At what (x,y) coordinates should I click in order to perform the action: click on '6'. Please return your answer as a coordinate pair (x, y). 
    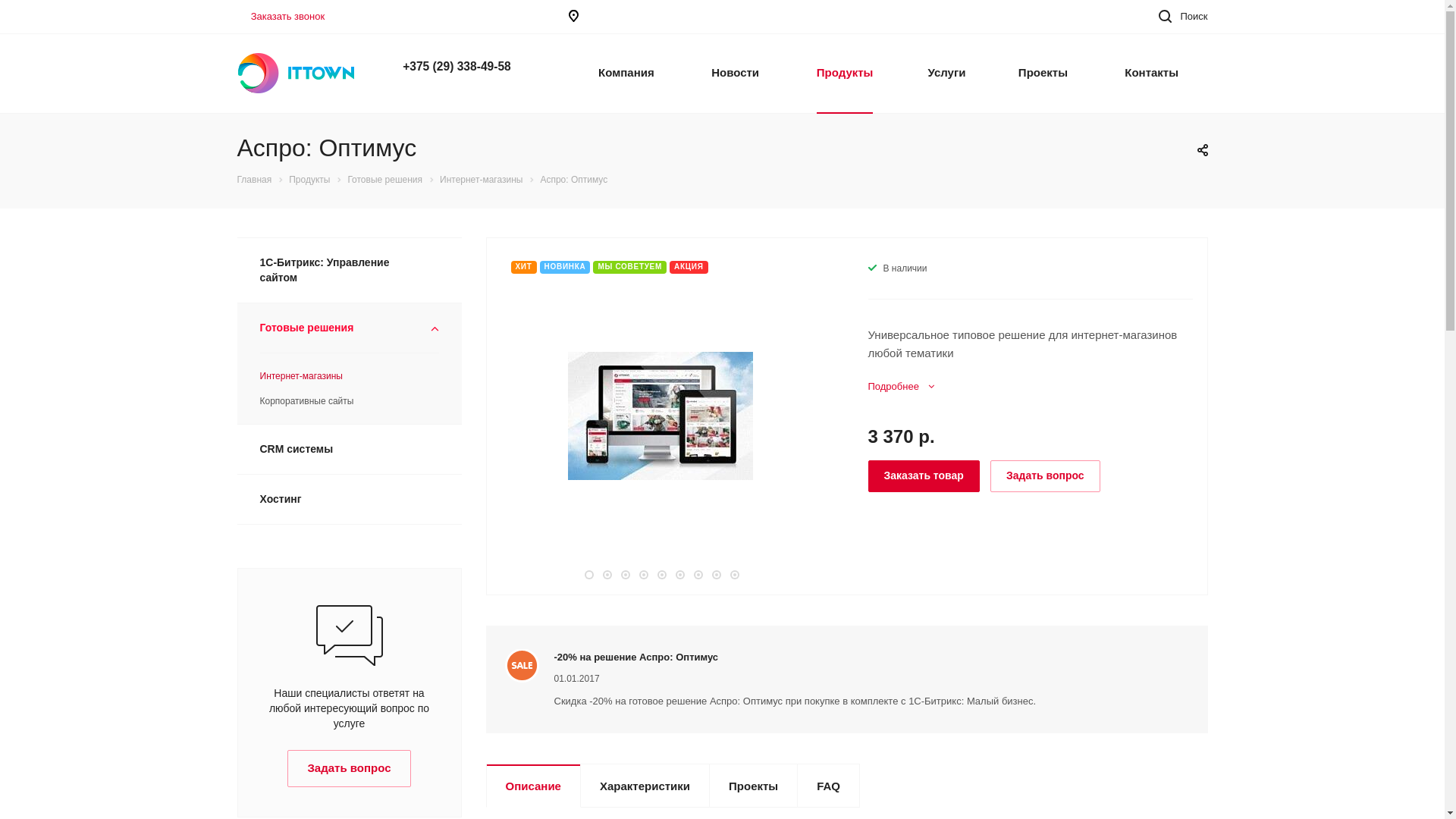
    Looking at the image, I should click on (679, 575).